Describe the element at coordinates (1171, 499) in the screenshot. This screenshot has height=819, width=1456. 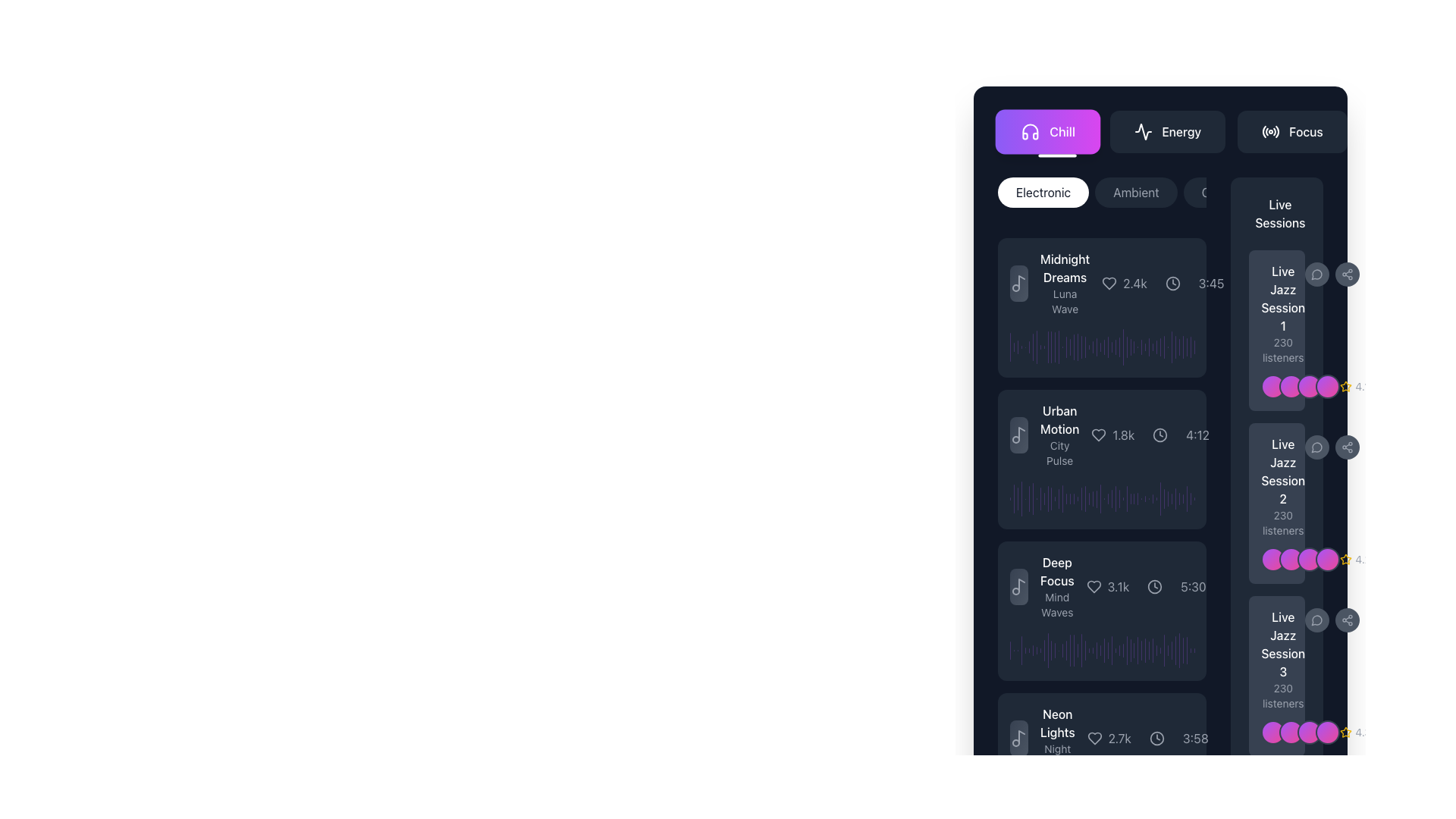
I see `the 42nd graphical bar element, which visually represents a measurement and is located in the right section of the interface, adjacent to a list of labeled sessions` at that location.